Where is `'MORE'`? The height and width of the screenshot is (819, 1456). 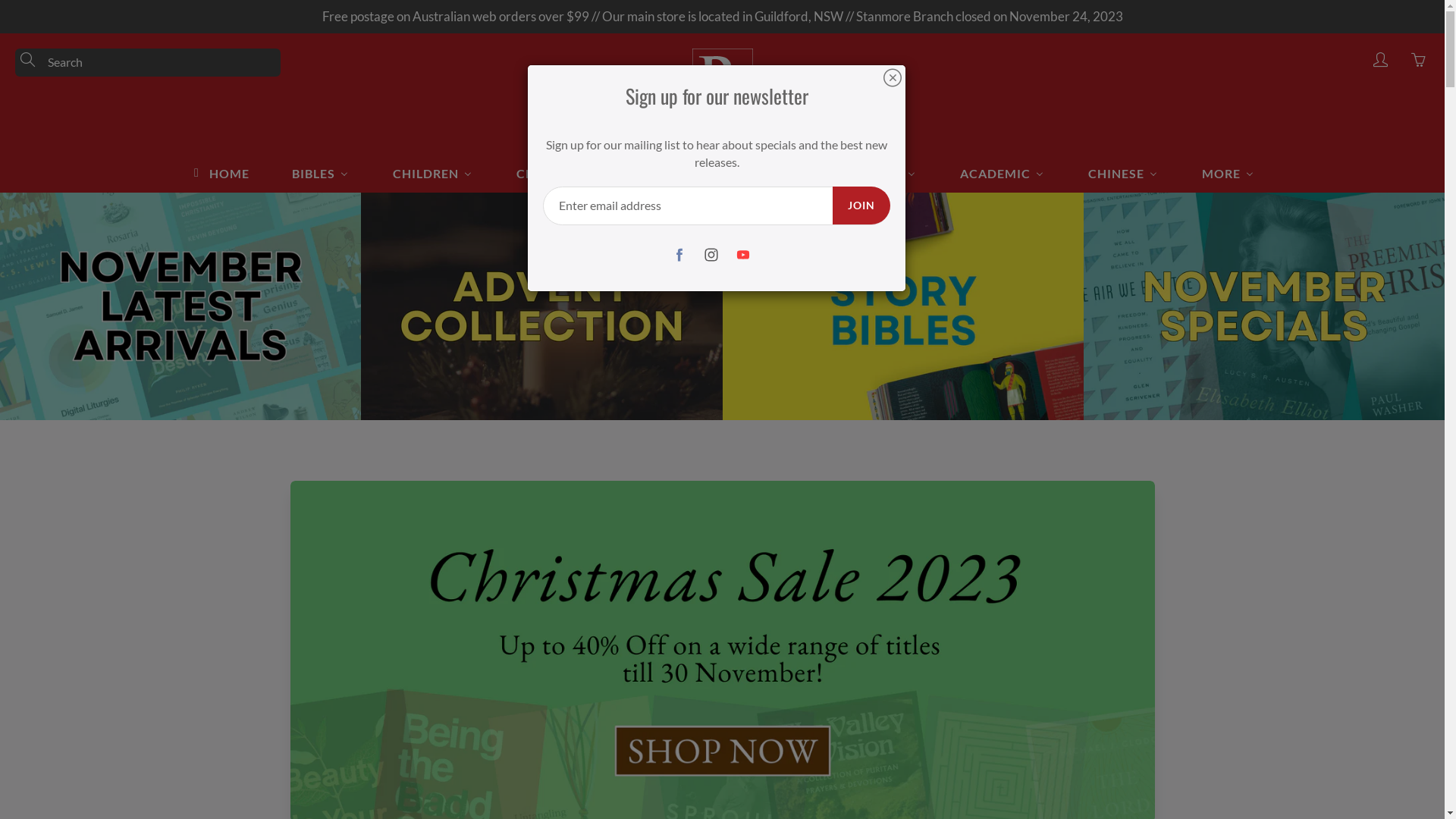
'MORE' is located at coordinates (1228, 171).